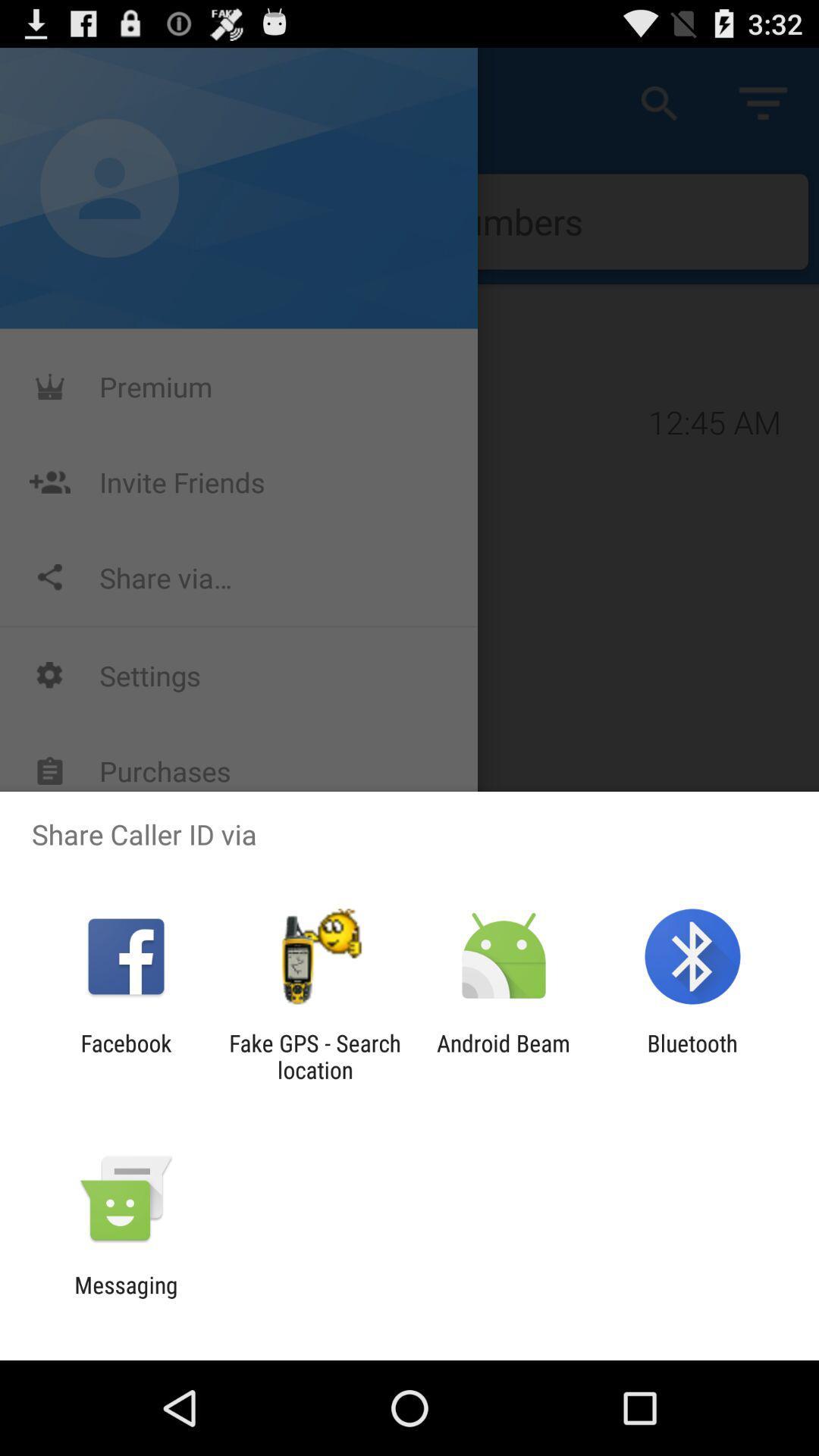 The image size is (819, 1456). What do you see at coordinates (125, 1056) in the screenshot?
I see `the item next to fake gps search` at bounding box center [125, 1056].